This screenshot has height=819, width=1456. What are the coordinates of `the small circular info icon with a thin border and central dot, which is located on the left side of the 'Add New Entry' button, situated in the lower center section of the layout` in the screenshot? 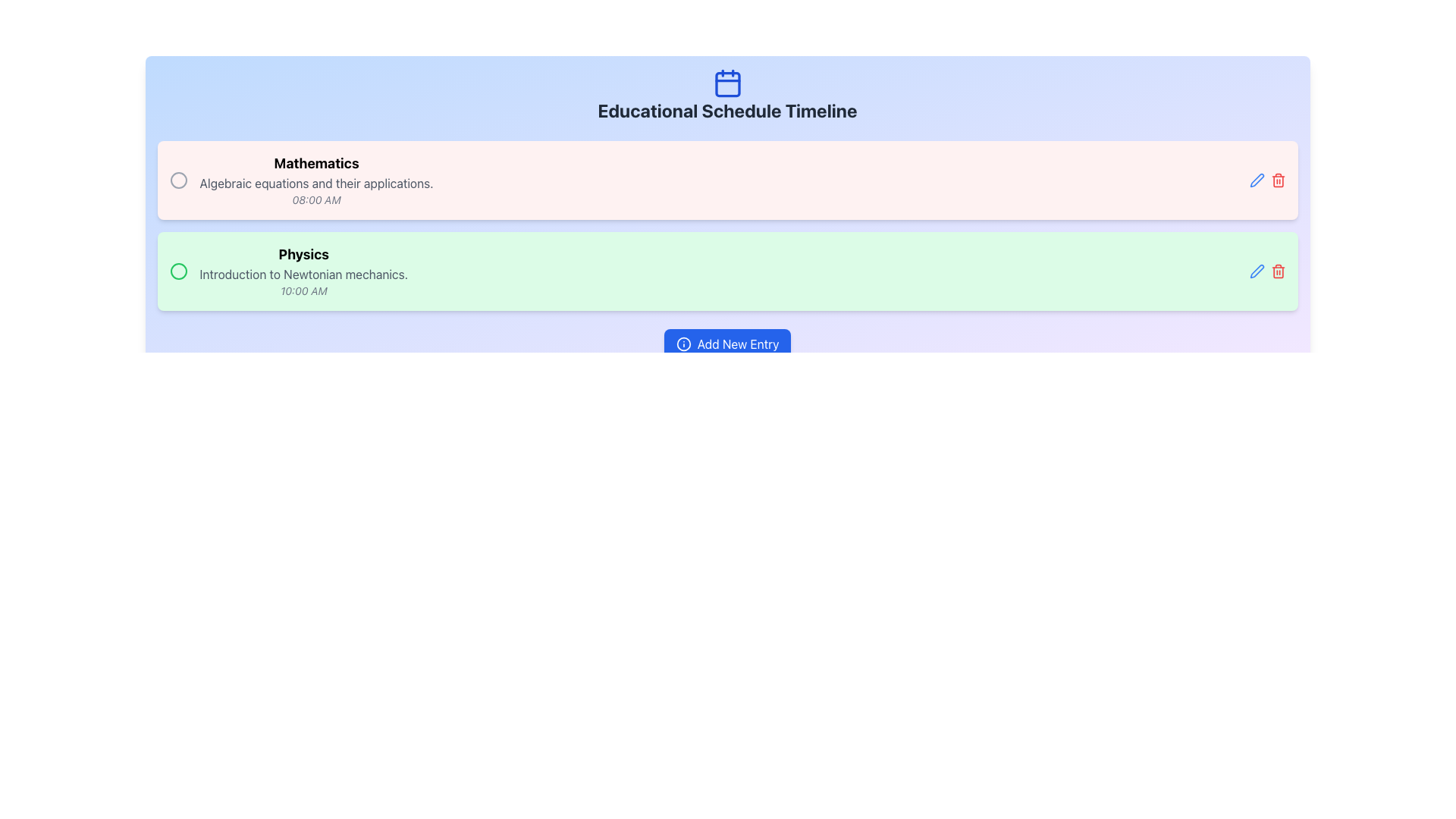 It's located at (682, 344).